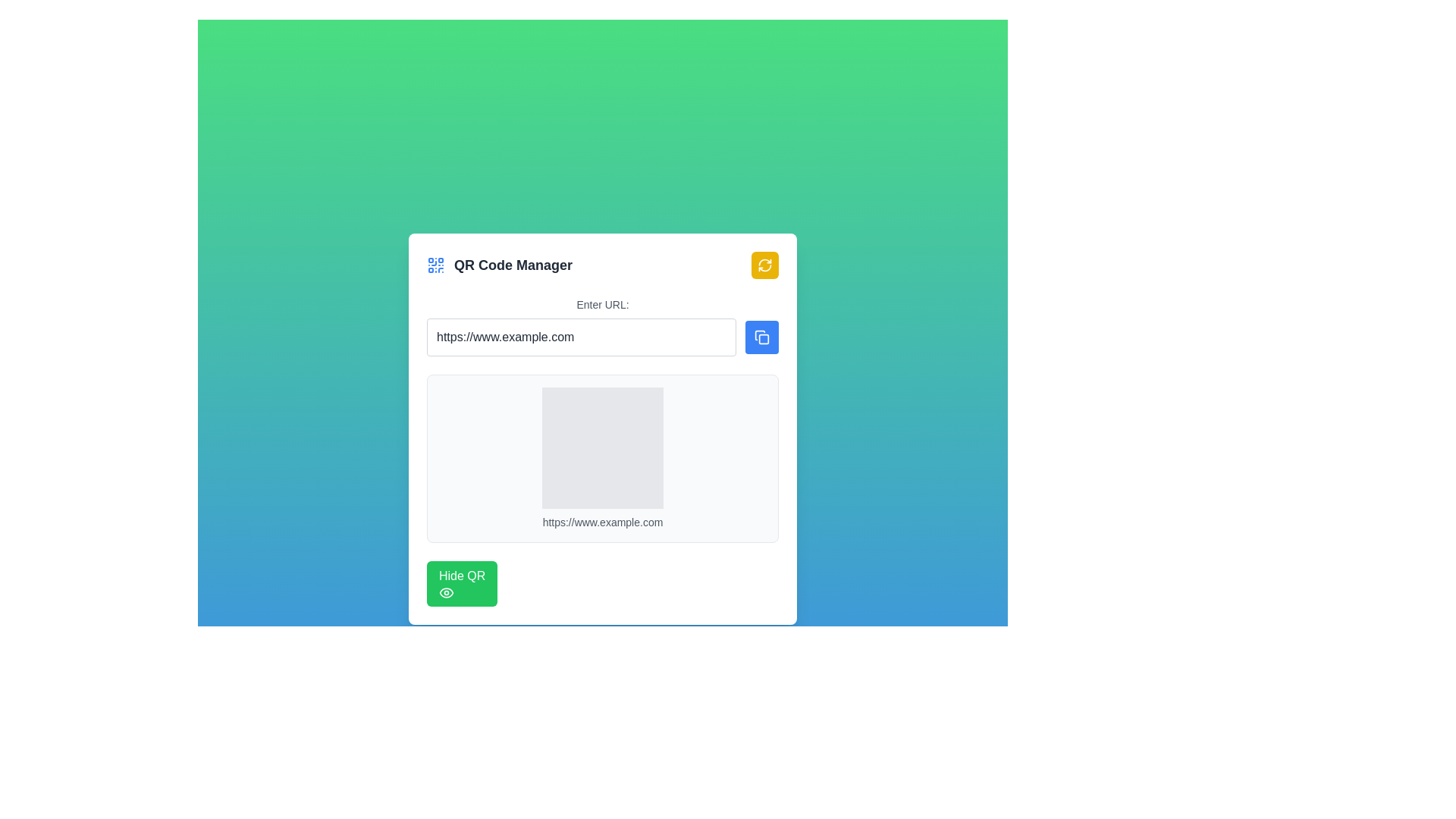 The width and height of the screenshot is (1456, 819). What do you see at coordinates (602, 326) in the screenshot?
I see `the labeled input field that says 'Enter URL:' to input a URL` at bounding box center [602, 326].